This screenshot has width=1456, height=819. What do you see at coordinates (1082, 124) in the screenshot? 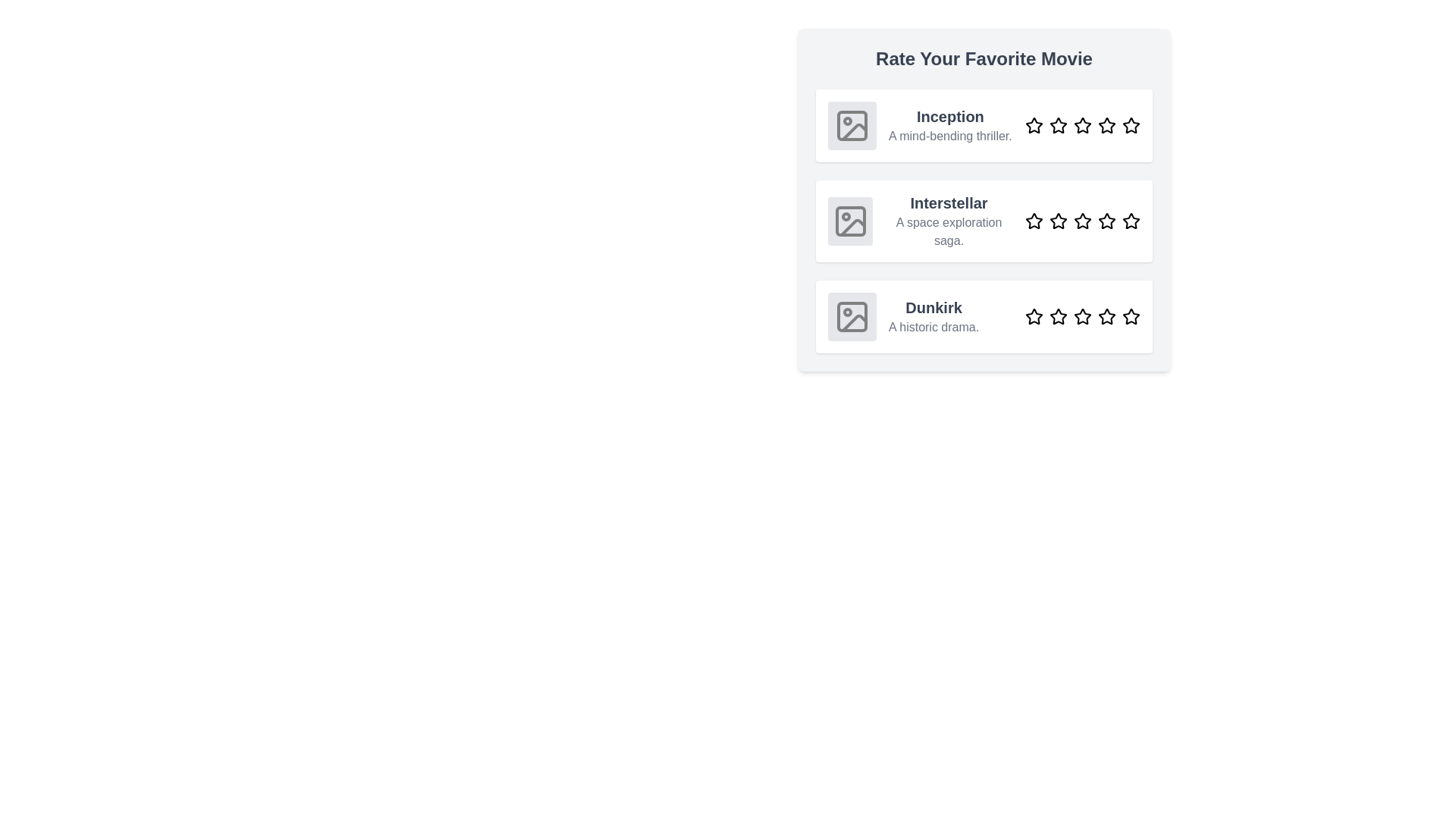
I see `the selectable star icon for the movie 'Inception' to set the rating in the 'Rate Your Favorite Movie' section` at bounding box center [1082, 124].